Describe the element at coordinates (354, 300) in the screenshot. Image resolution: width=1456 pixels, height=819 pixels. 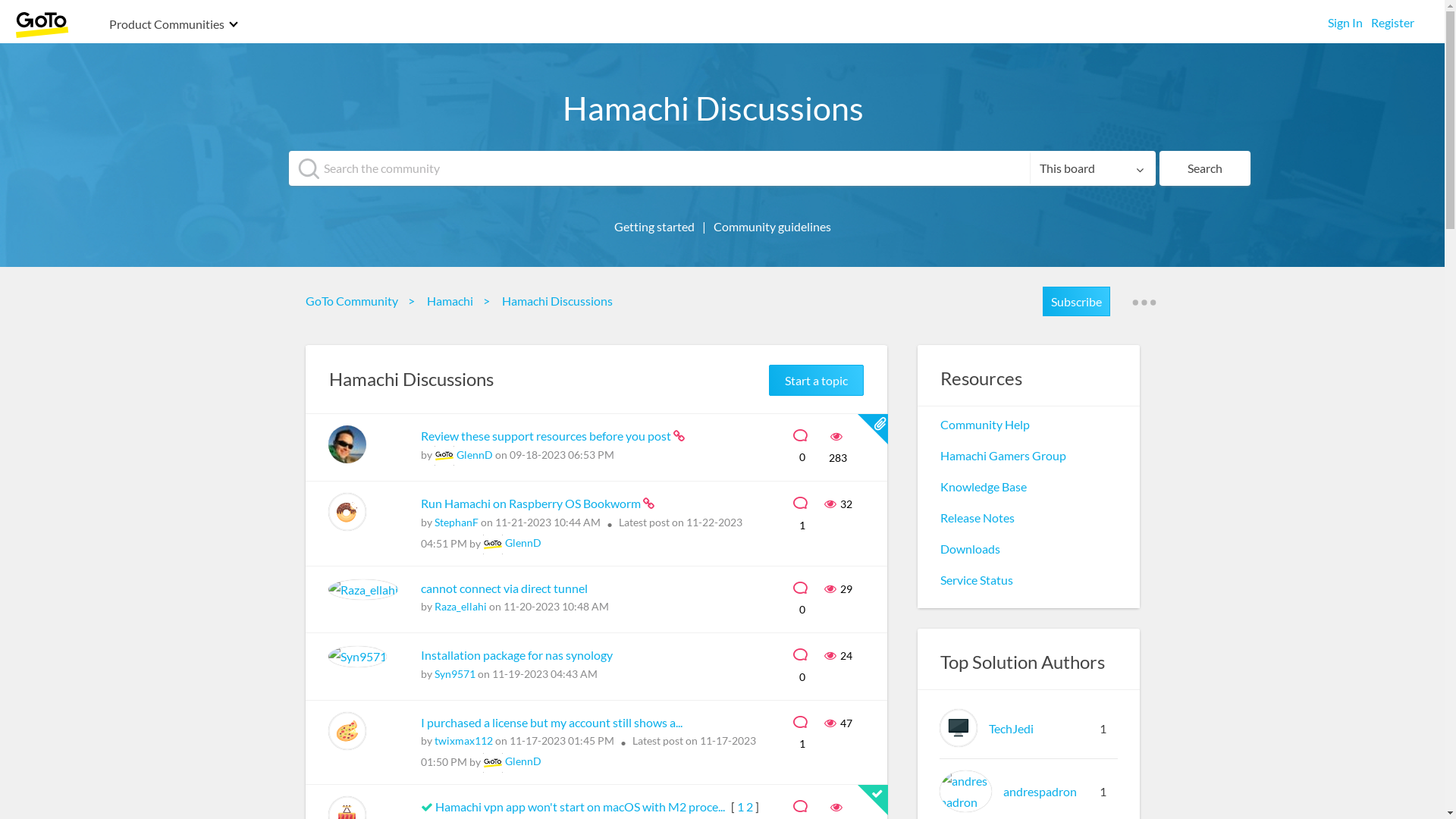
I see `'GoTo Community'` at that location.